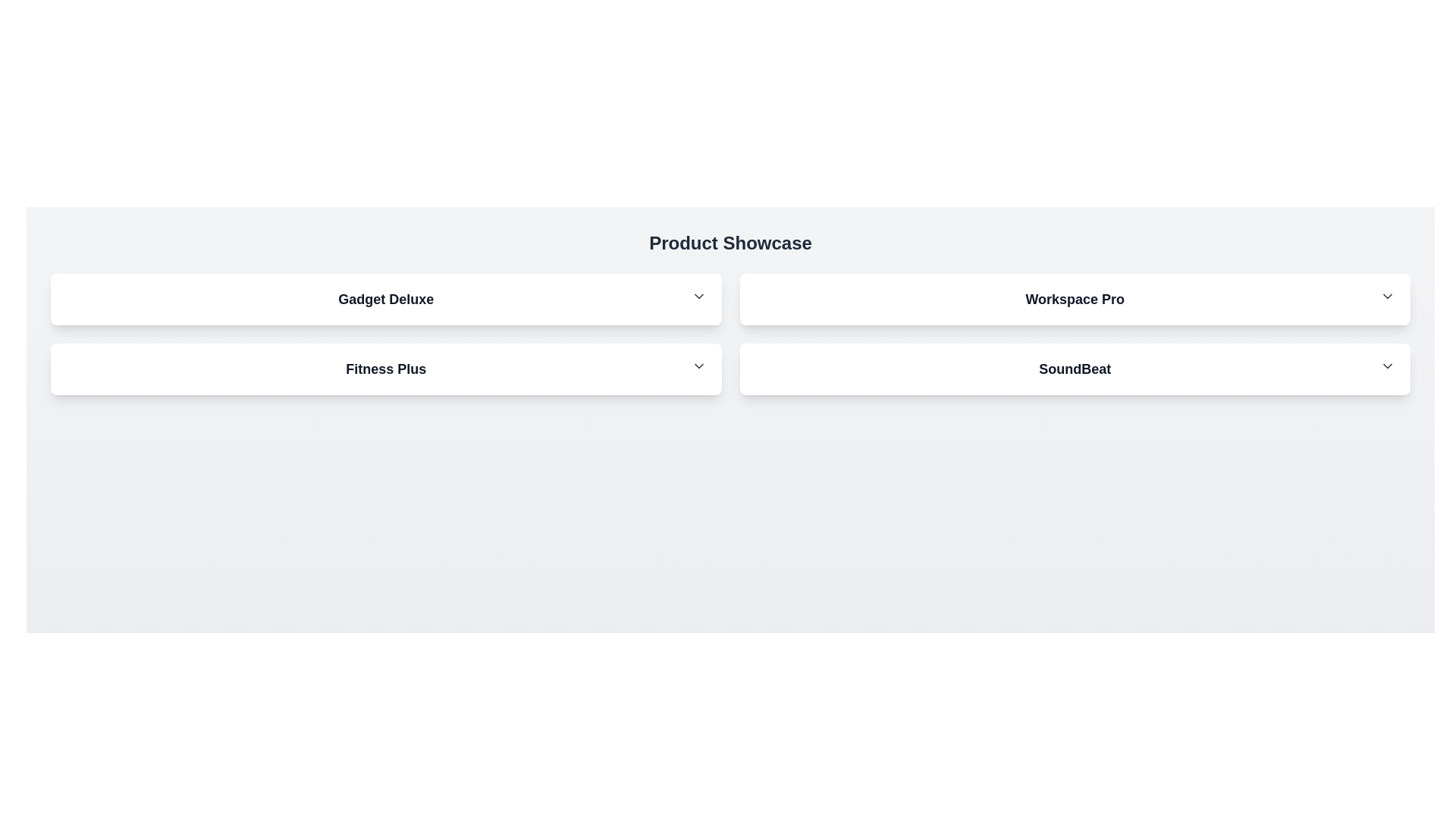 Image resolution: width=1456 pixels, height=819 pixels. I want to click on the Dropdown toggle button located in the upper-right corner of the 'Fitness Plus' card, so click(698, 366).